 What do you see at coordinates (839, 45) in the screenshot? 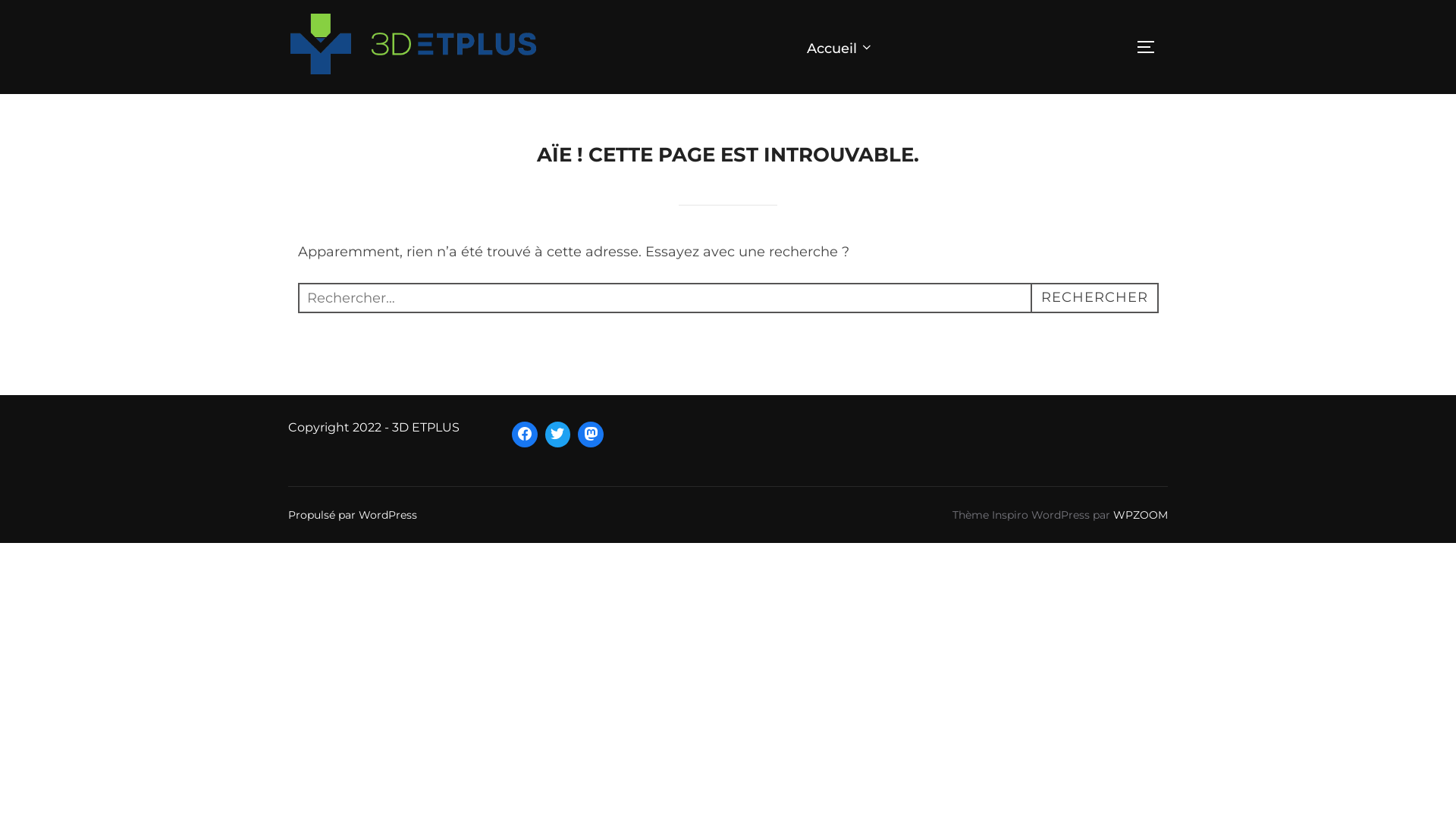
I see `'Accueil'` at bounding box center [839, 45].